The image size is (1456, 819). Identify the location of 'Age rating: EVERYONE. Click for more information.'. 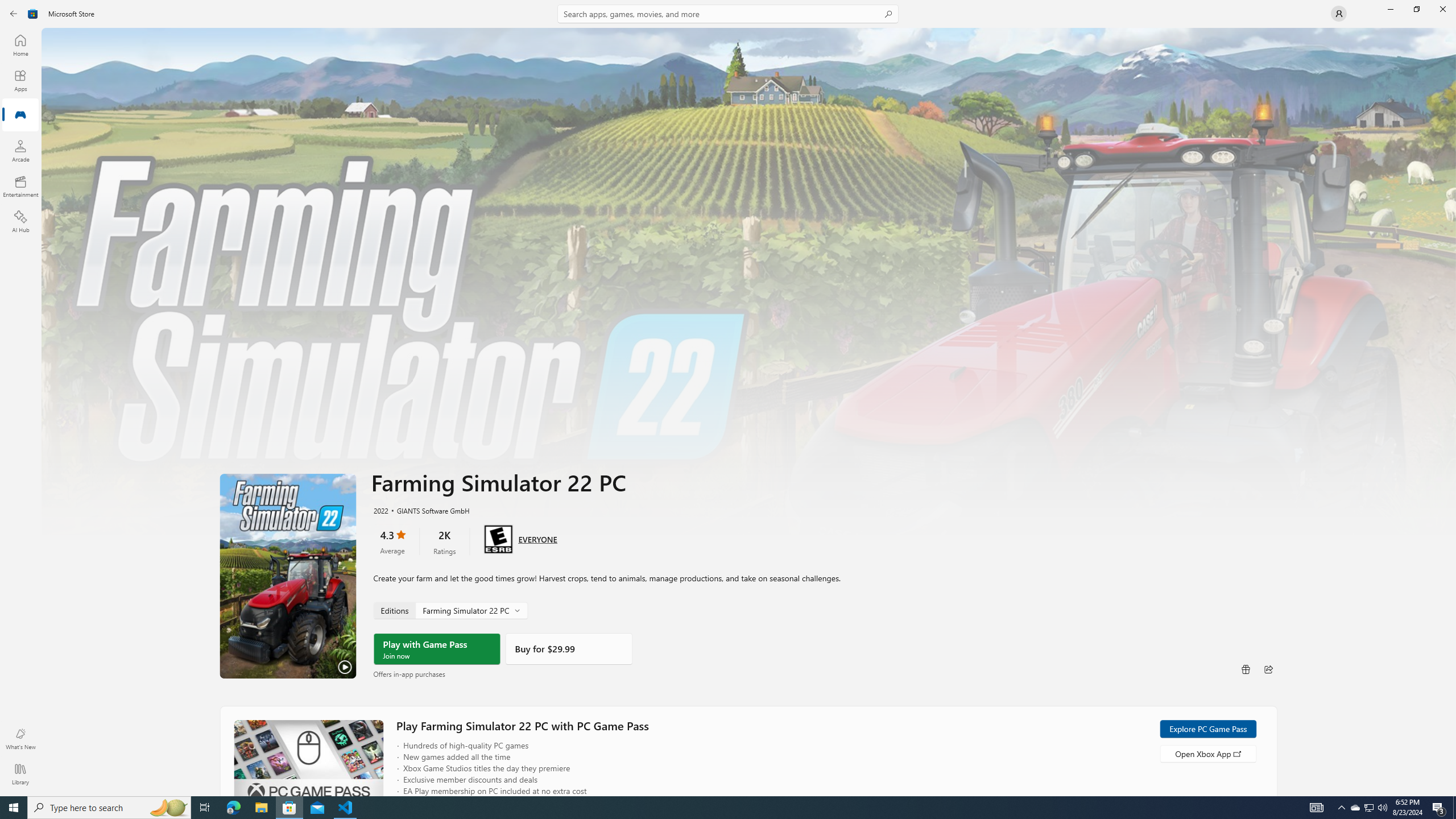
(536, 538).